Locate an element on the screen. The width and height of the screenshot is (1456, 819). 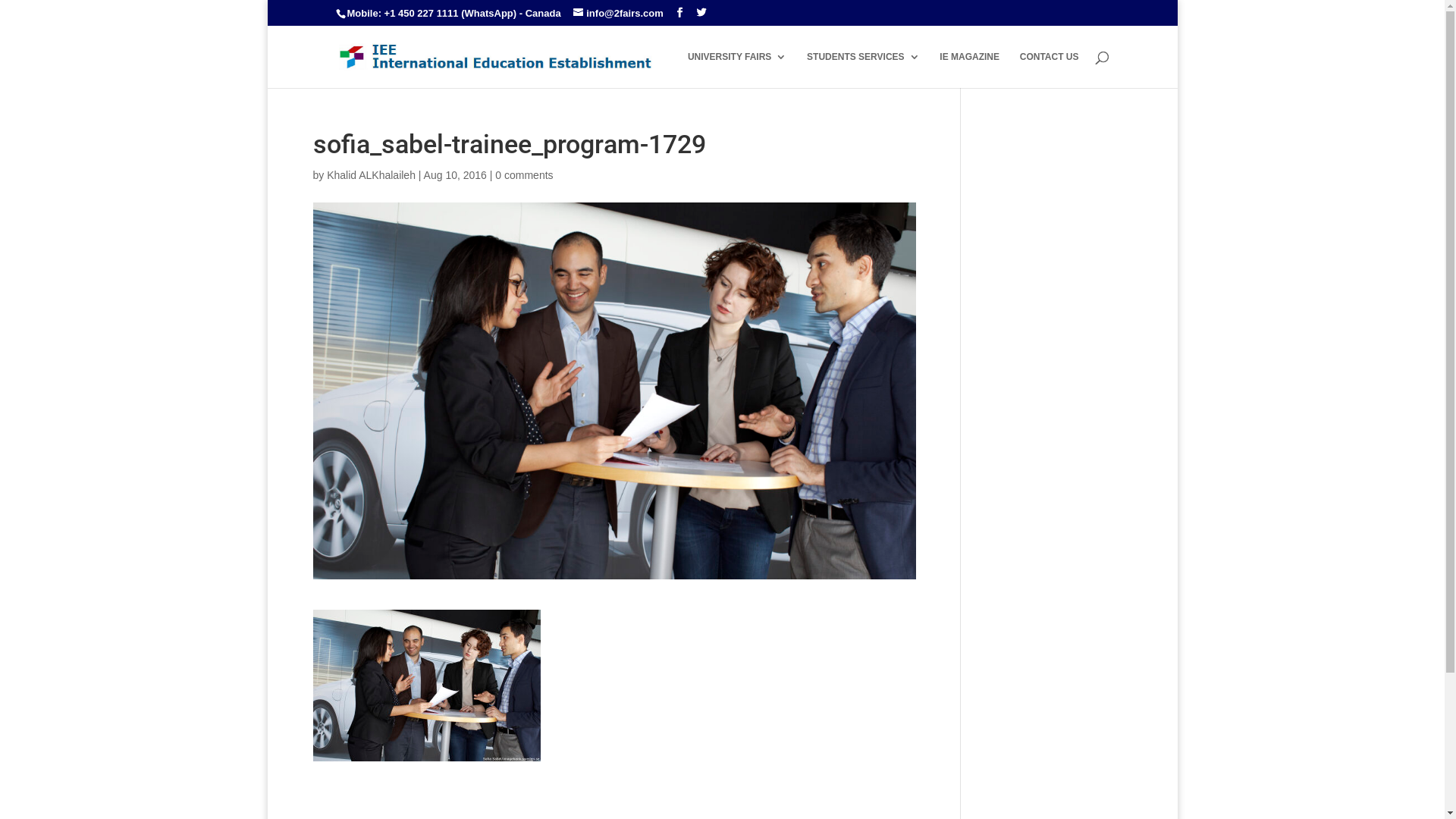
'0 comments' is located at coordinates (524, 174).